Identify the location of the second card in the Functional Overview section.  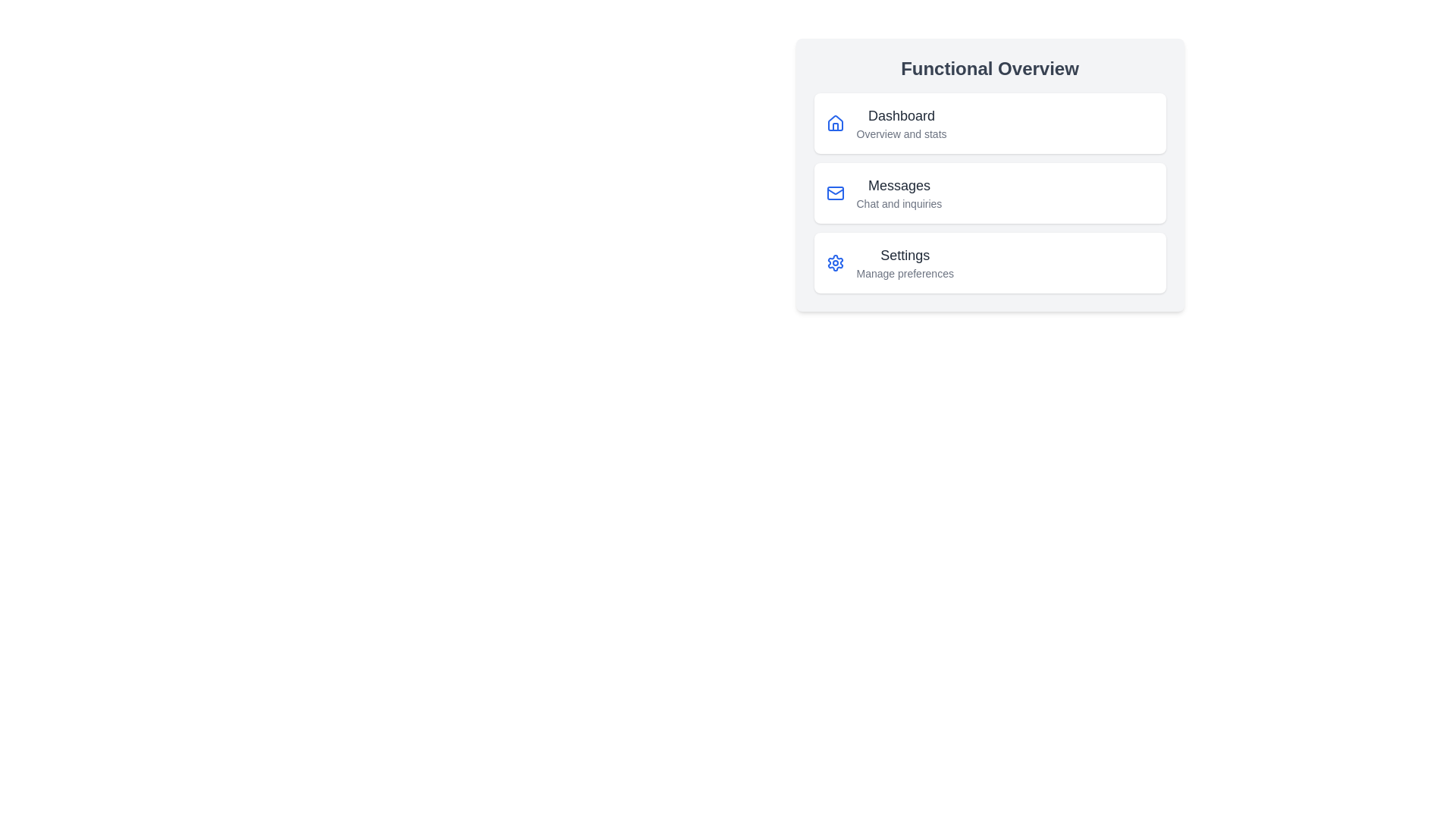
(990, 192).